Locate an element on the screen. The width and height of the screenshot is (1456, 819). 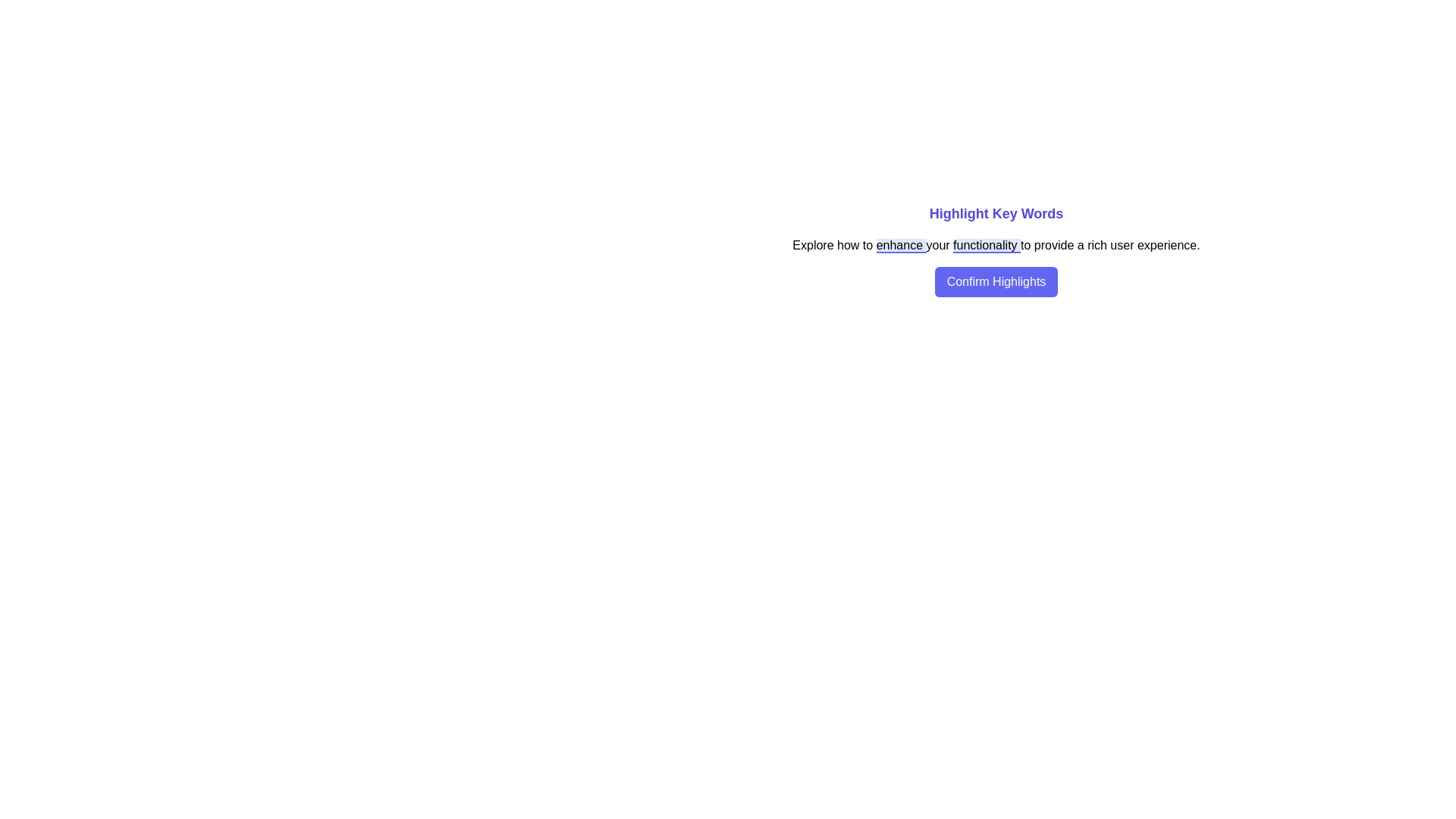
the 'Confirm Highlights' button, which is a rectangular button with rounded corners and an indigo background, positioned below the heading 'Highlight Key Words' is located at coordinates (996, 281).